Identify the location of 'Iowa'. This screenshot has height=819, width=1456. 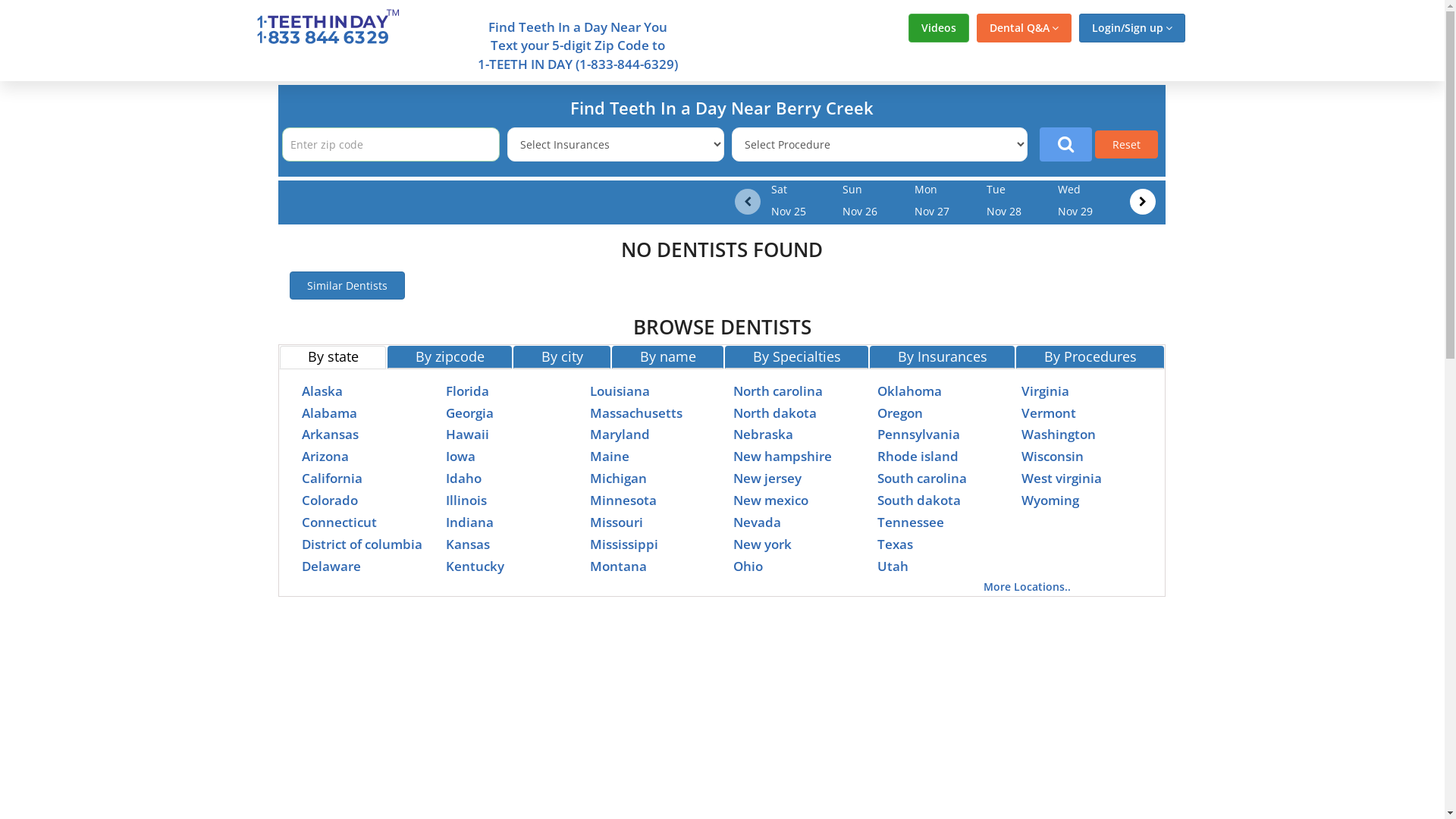
(460, 455).